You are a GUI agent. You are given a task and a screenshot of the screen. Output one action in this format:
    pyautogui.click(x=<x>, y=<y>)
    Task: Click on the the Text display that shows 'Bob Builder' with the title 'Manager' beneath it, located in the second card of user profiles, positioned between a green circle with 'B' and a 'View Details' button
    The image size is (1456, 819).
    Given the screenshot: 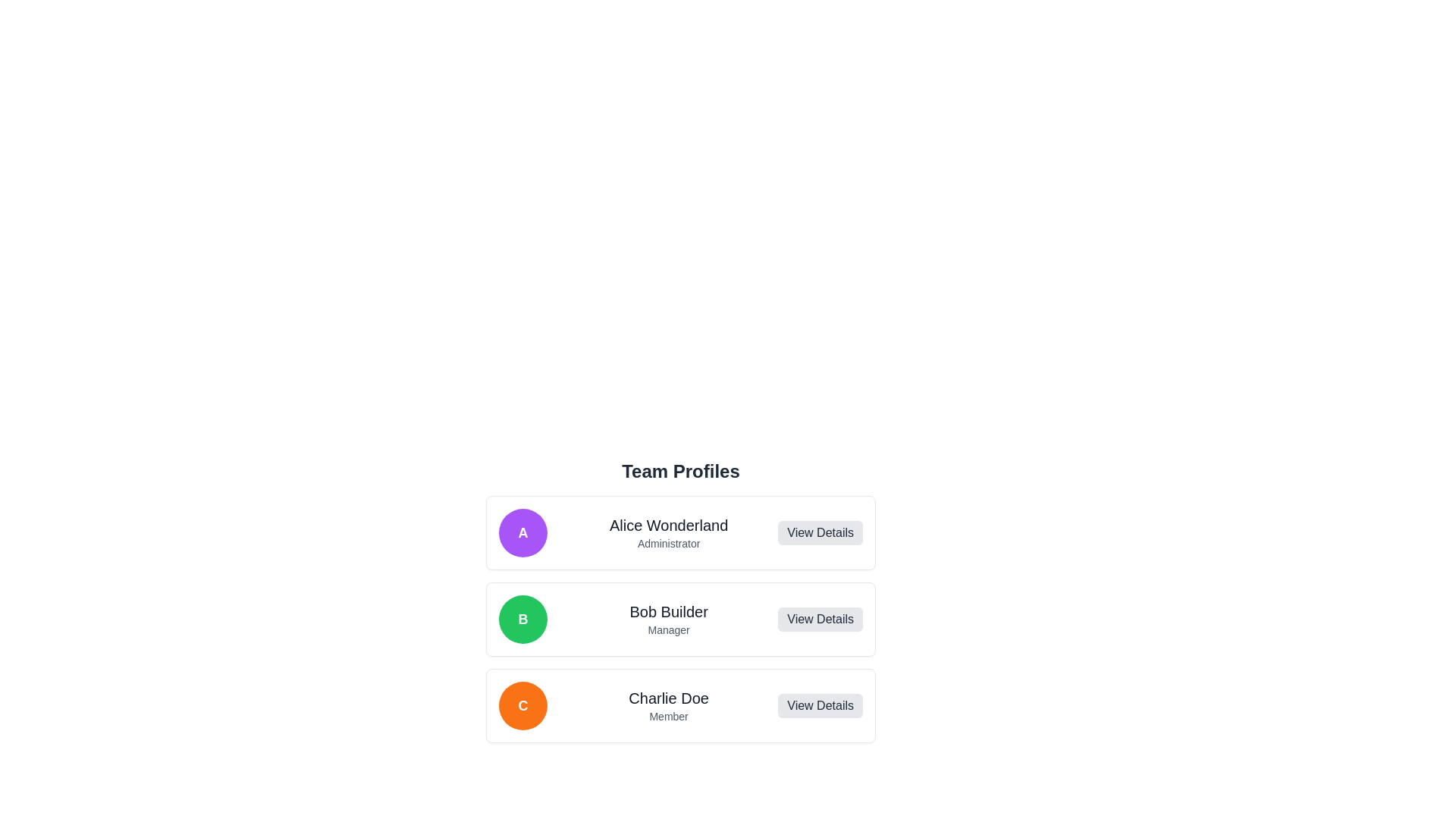 What is the action you would take?
    pyautogui.click(x=668, y=620)
    